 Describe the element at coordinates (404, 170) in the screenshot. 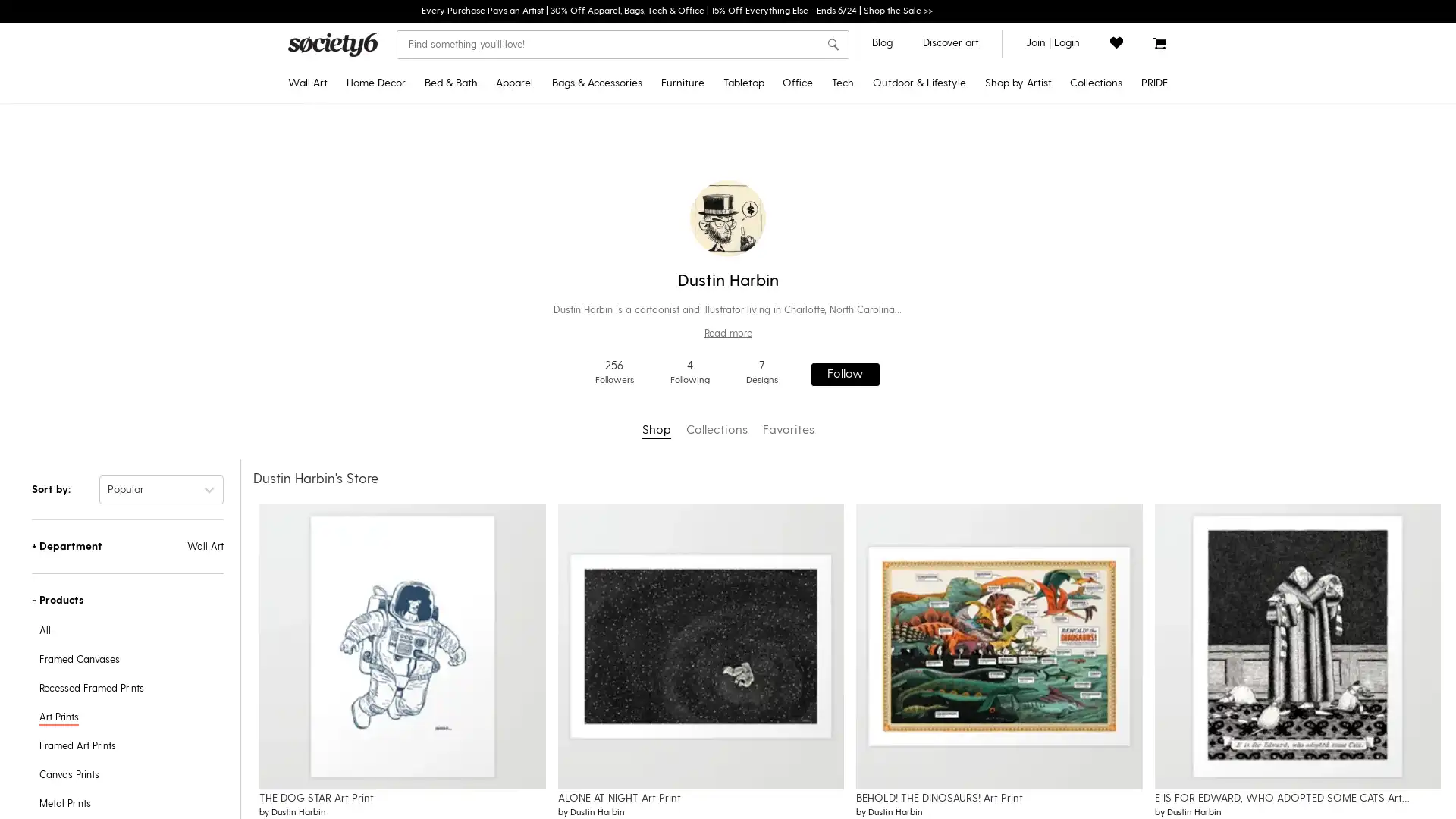

I see `Rectangular Pillows` at that location.